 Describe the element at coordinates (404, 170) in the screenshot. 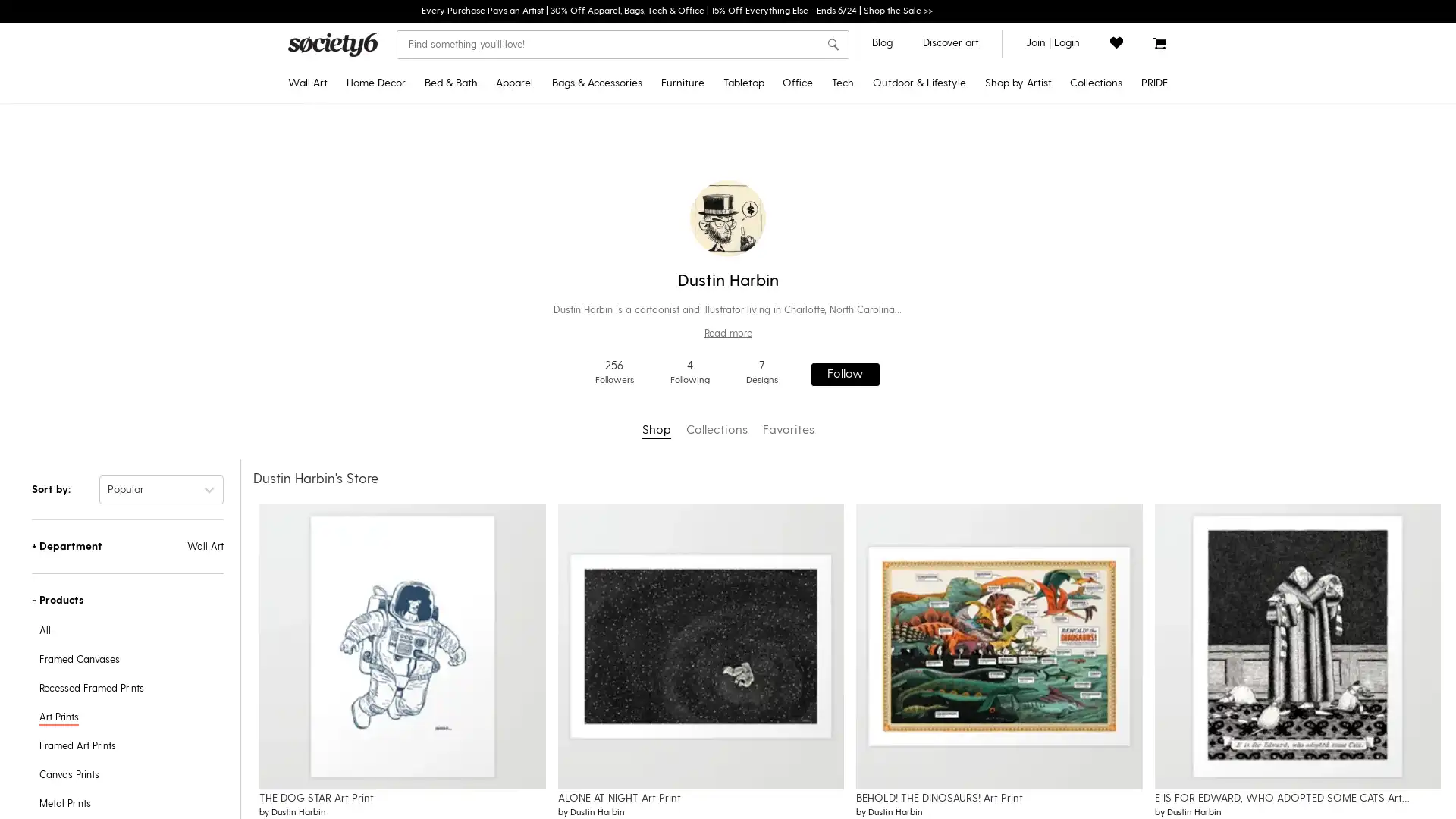

I see `Rectangular Pillows` at that location.